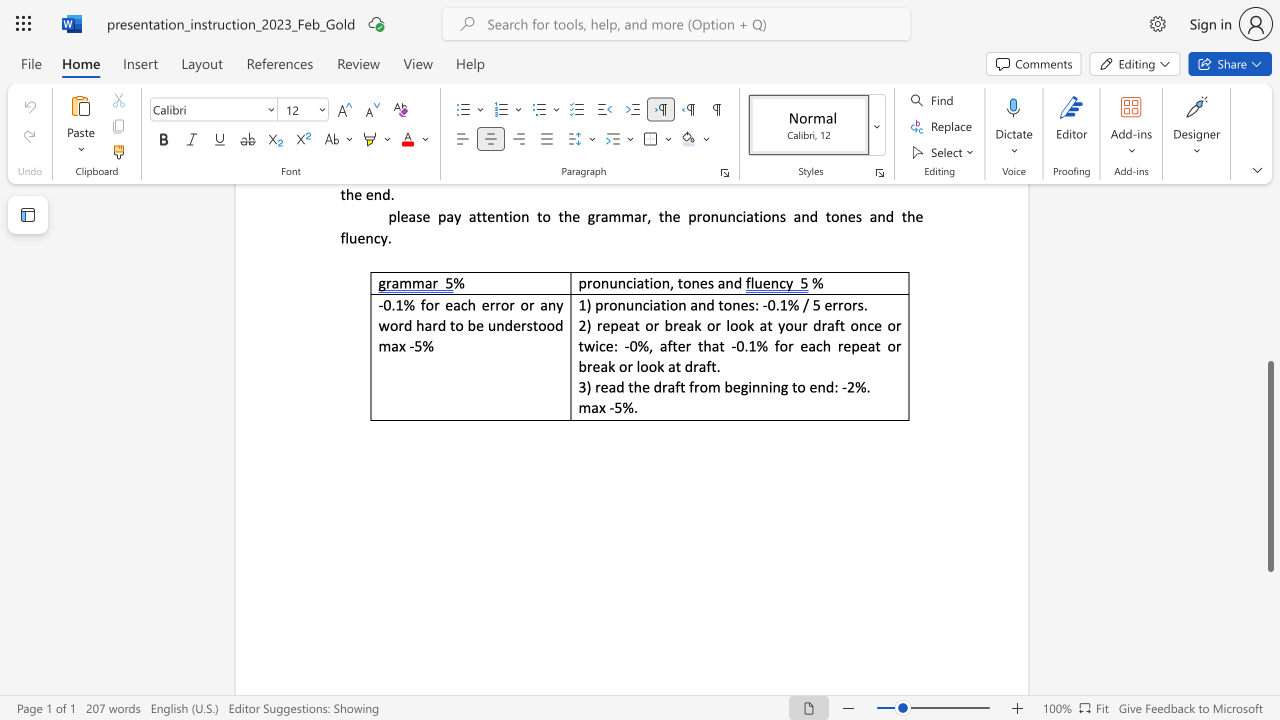 The width and height of the screenshot is (1280, 720). Describe the element at coordinates (1269, 466) in the screenshot. I see `the scrollbar and move down 90 pixels` at that location.